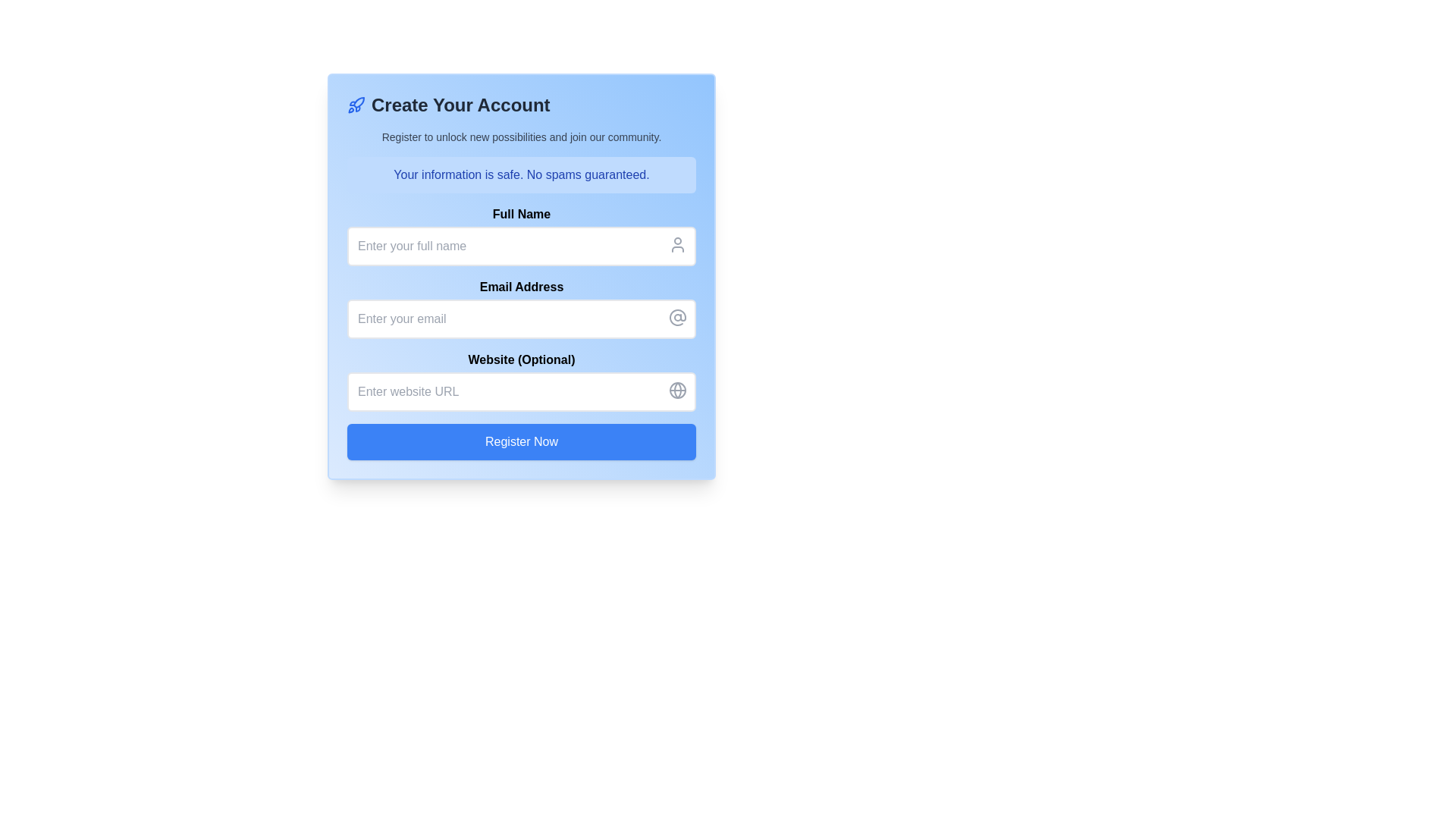 The height and width of the screenshot is (819, 1456). What do you see at coordinates (521, 214) in the screenshot?
I see `the 'Full Name' label, which is a bold text label positioned above the text input field for the user's full name in the registration form` at bounding box center [521, 214].